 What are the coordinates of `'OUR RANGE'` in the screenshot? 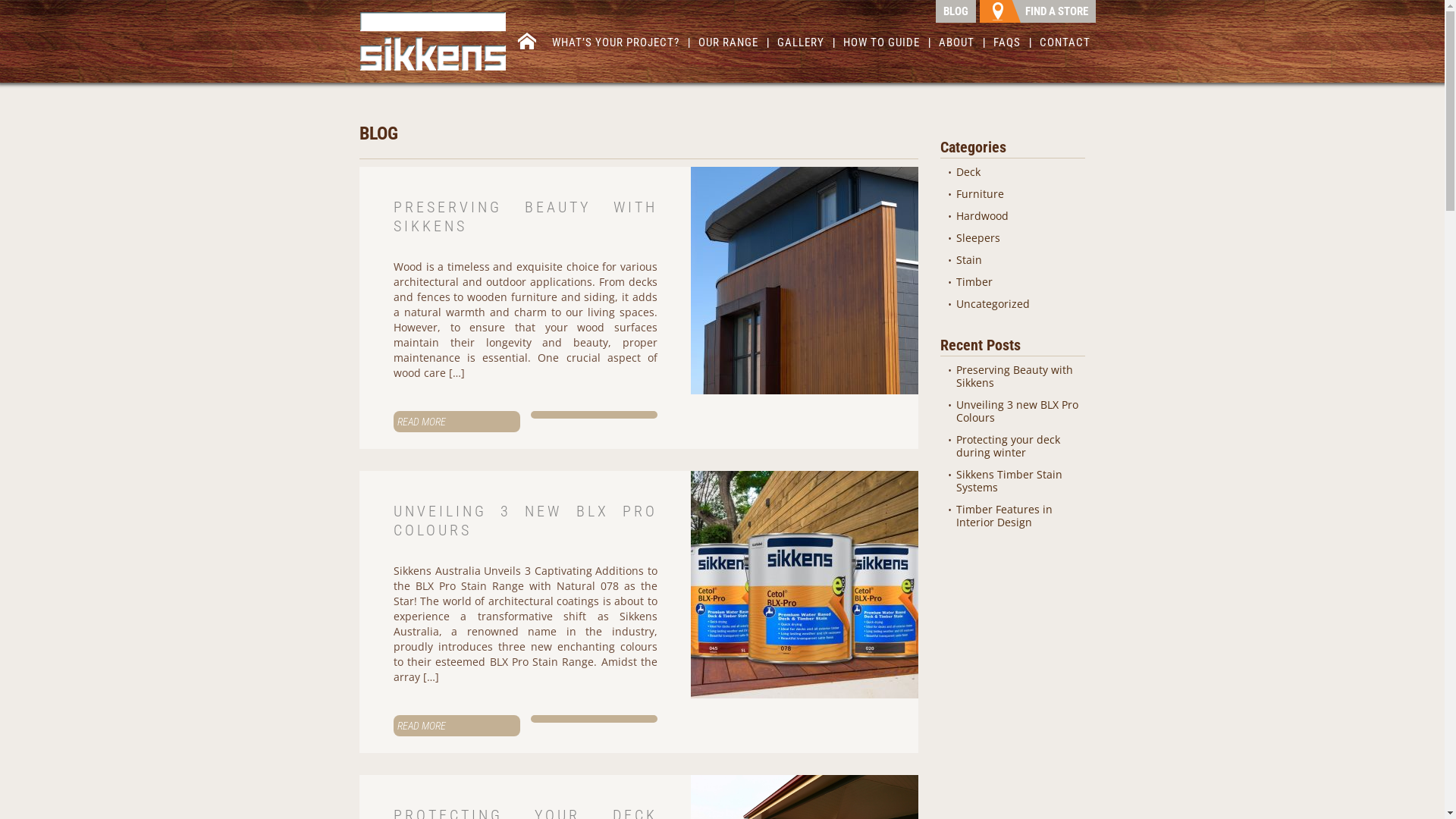 It's located at (728, 45).